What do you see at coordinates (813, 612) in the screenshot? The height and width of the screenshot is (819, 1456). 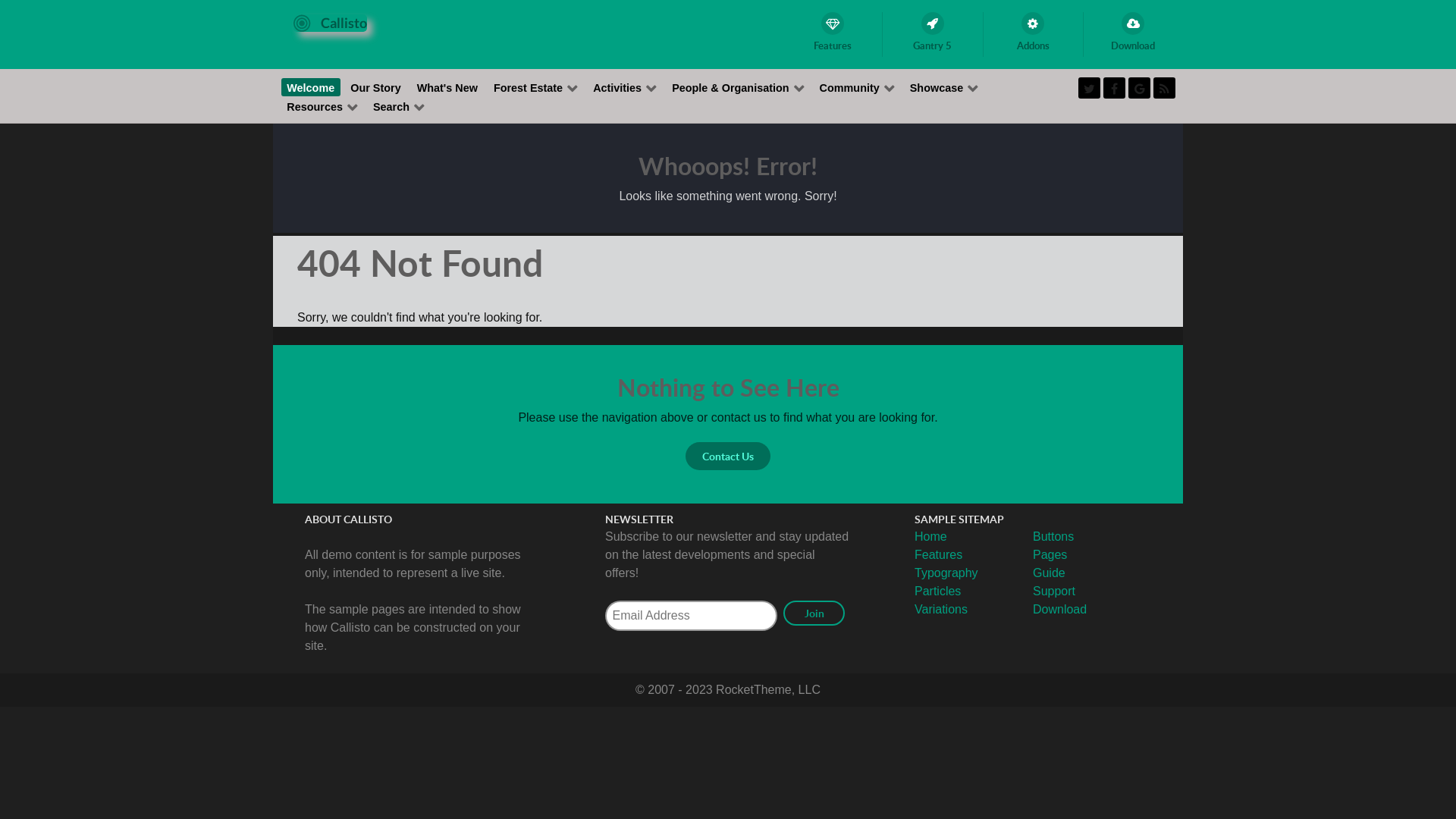 I see `'Join'` at bounding box center [813, 612].